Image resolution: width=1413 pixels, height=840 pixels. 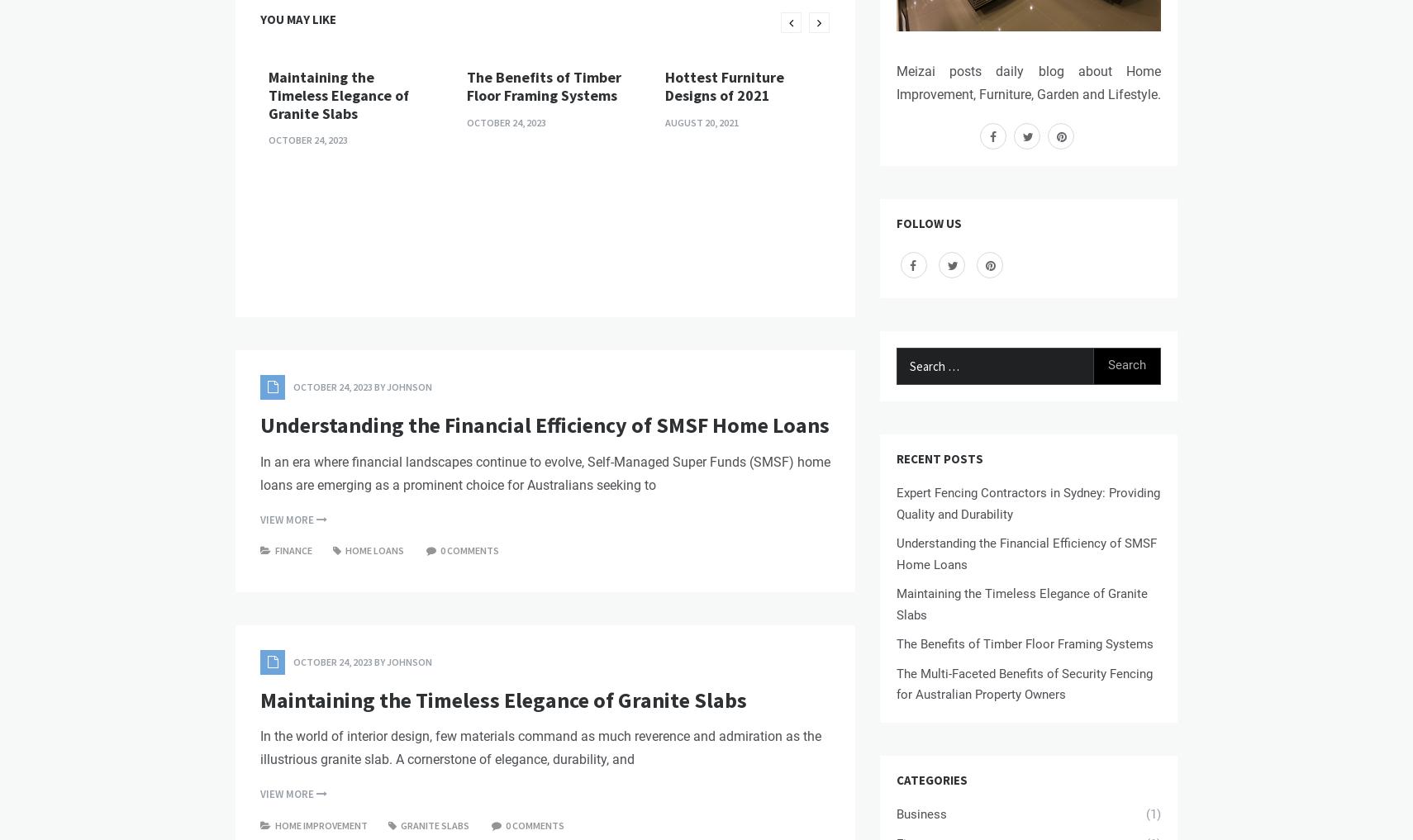 What do you see at coordinates (1027, 502) in the screenshot?
I see `'Expert Fencing Contractors in Sydney: Providing Quality and Durability'` at bounding box center [1027, 502].